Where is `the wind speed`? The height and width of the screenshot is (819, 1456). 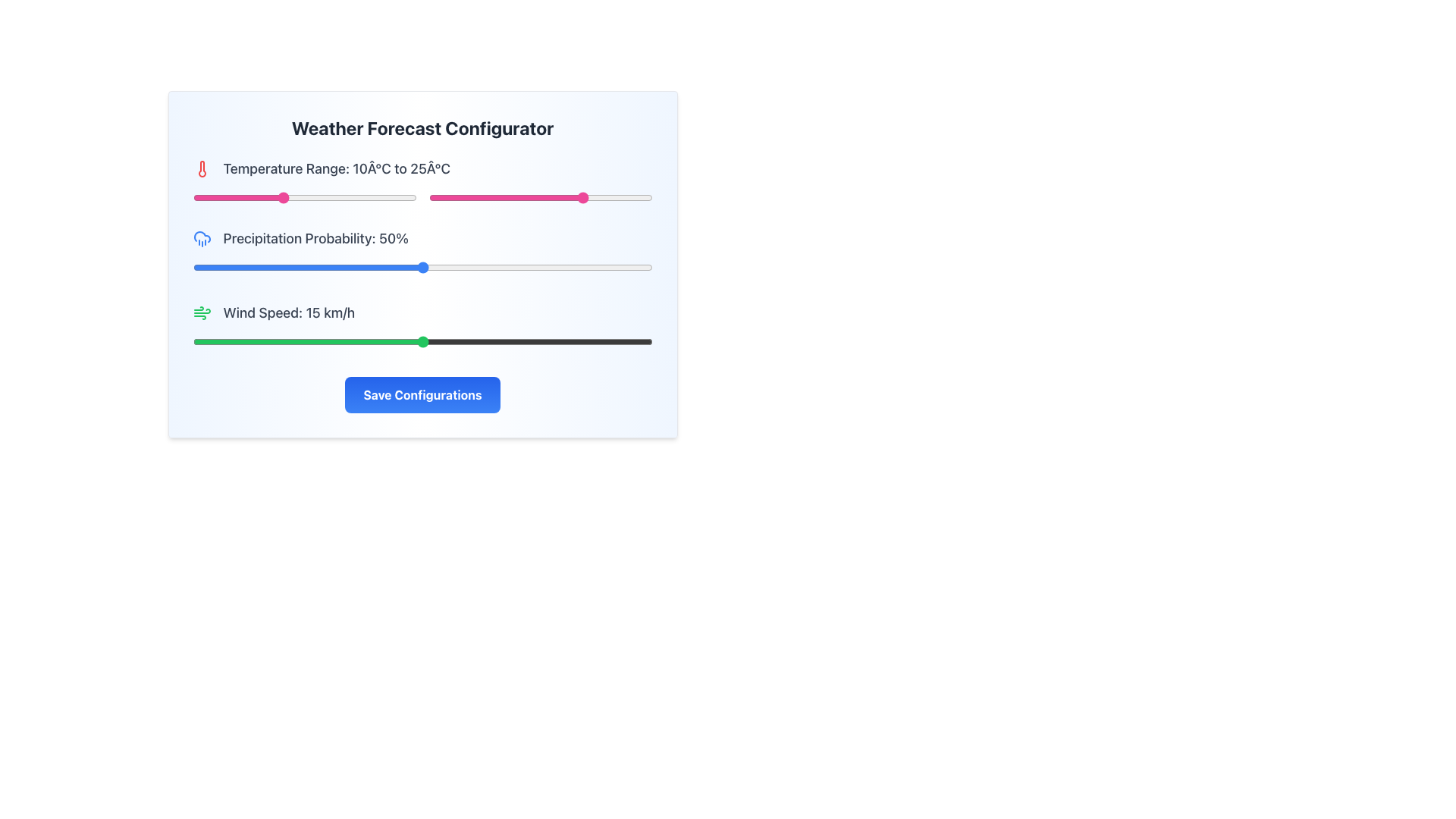
the wind speed is located at coordinates (452, 342).